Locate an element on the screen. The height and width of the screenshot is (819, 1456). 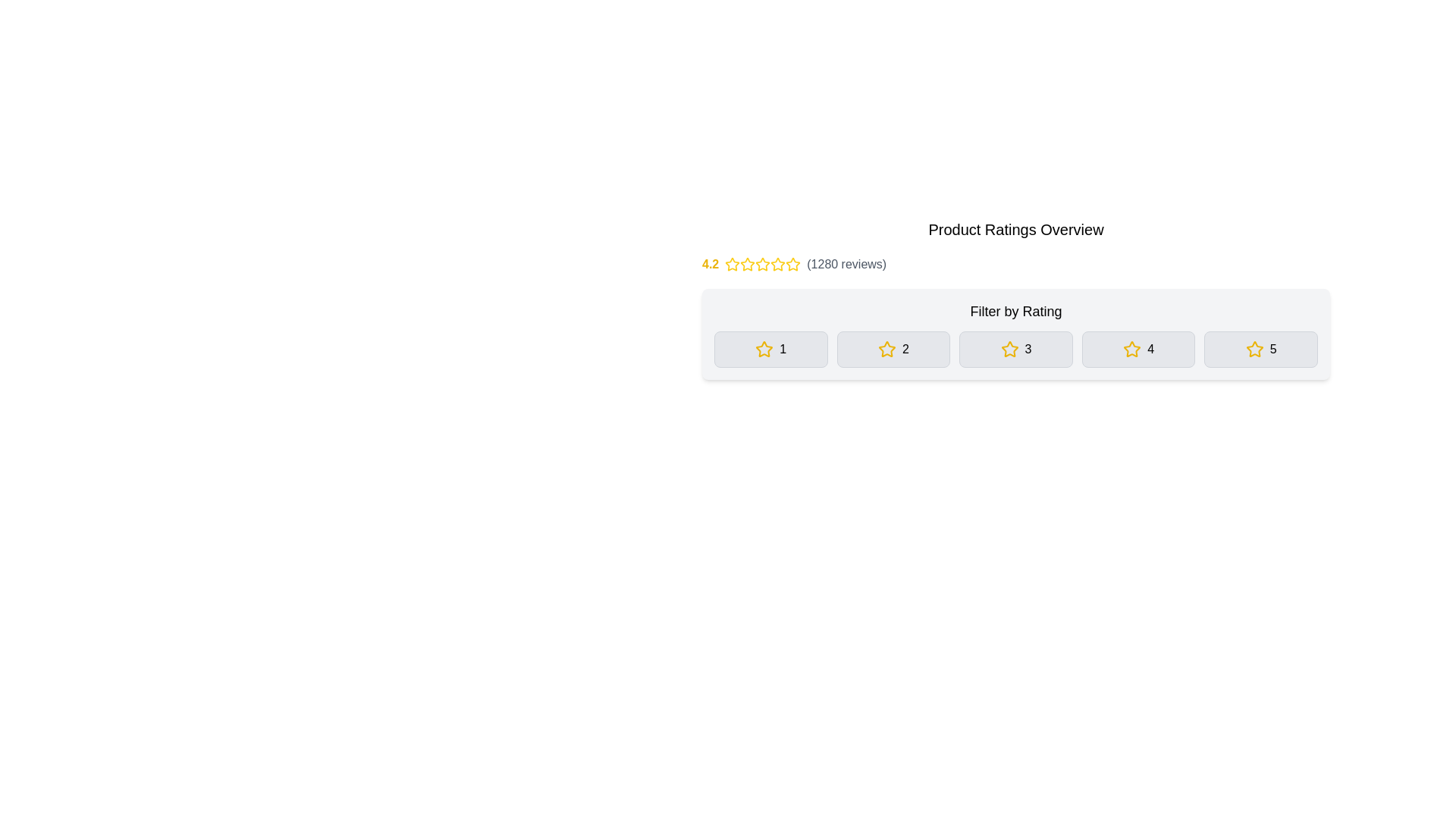
the yellow star icon button with a hollow center, which is the third star in a row of star buttons, to filter on three-star ratings is located at coordinates (1009, 348).